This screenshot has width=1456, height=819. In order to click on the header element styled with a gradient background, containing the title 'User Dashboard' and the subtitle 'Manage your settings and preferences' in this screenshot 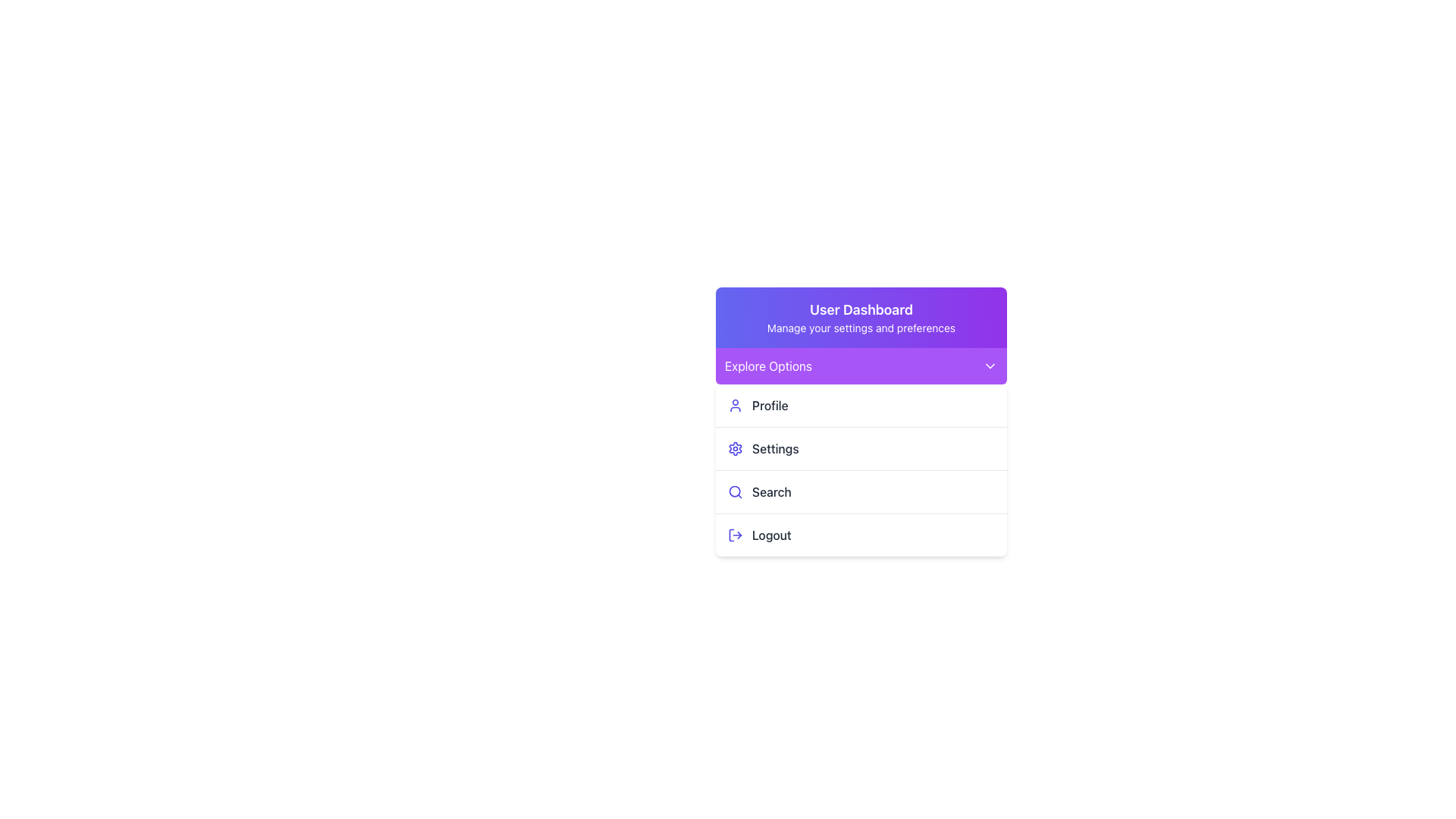, I will do `click(861, 317)`.